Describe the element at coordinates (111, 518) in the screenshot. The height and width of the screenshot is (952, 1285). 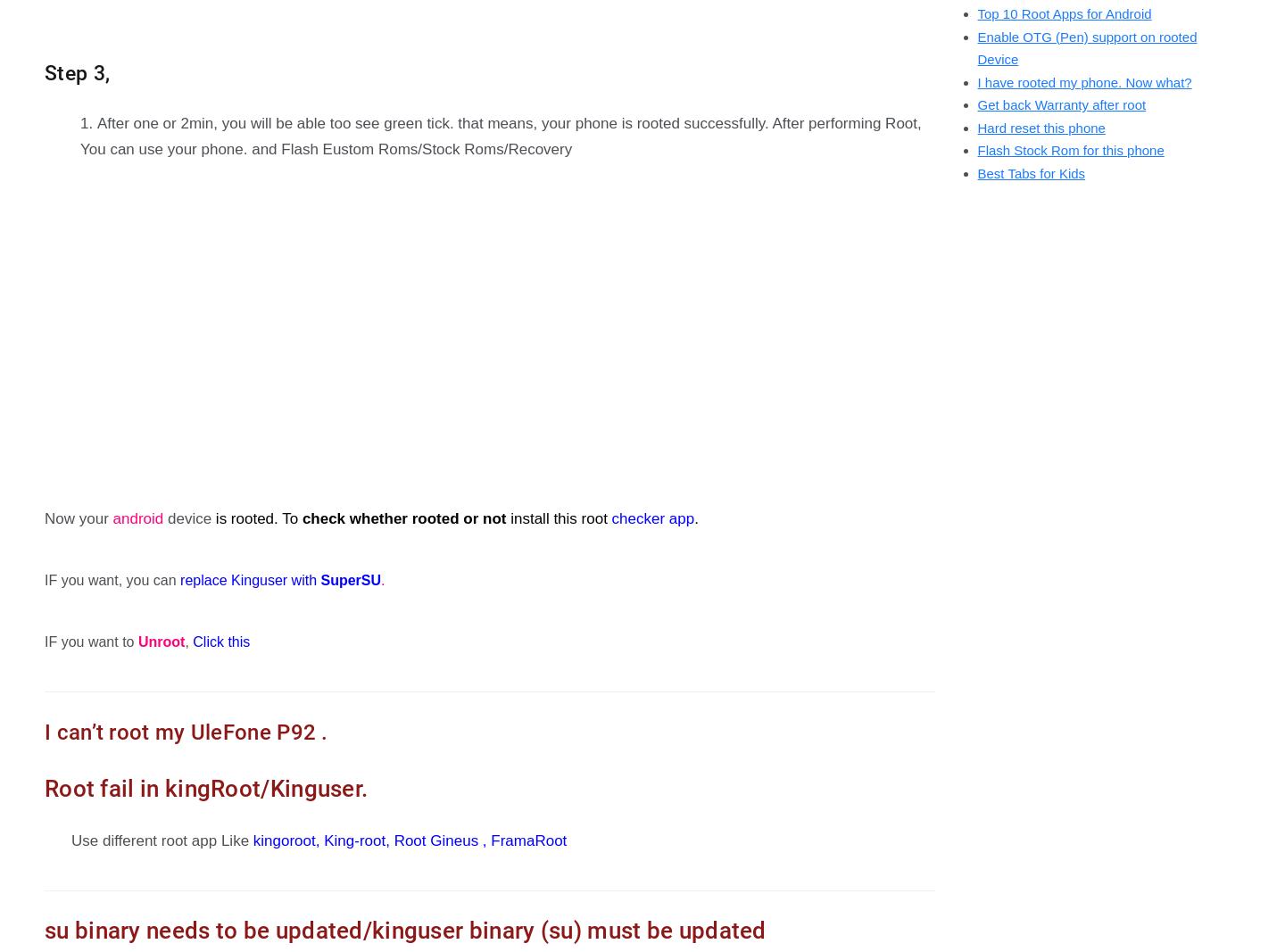
I see `'android'` at that location.